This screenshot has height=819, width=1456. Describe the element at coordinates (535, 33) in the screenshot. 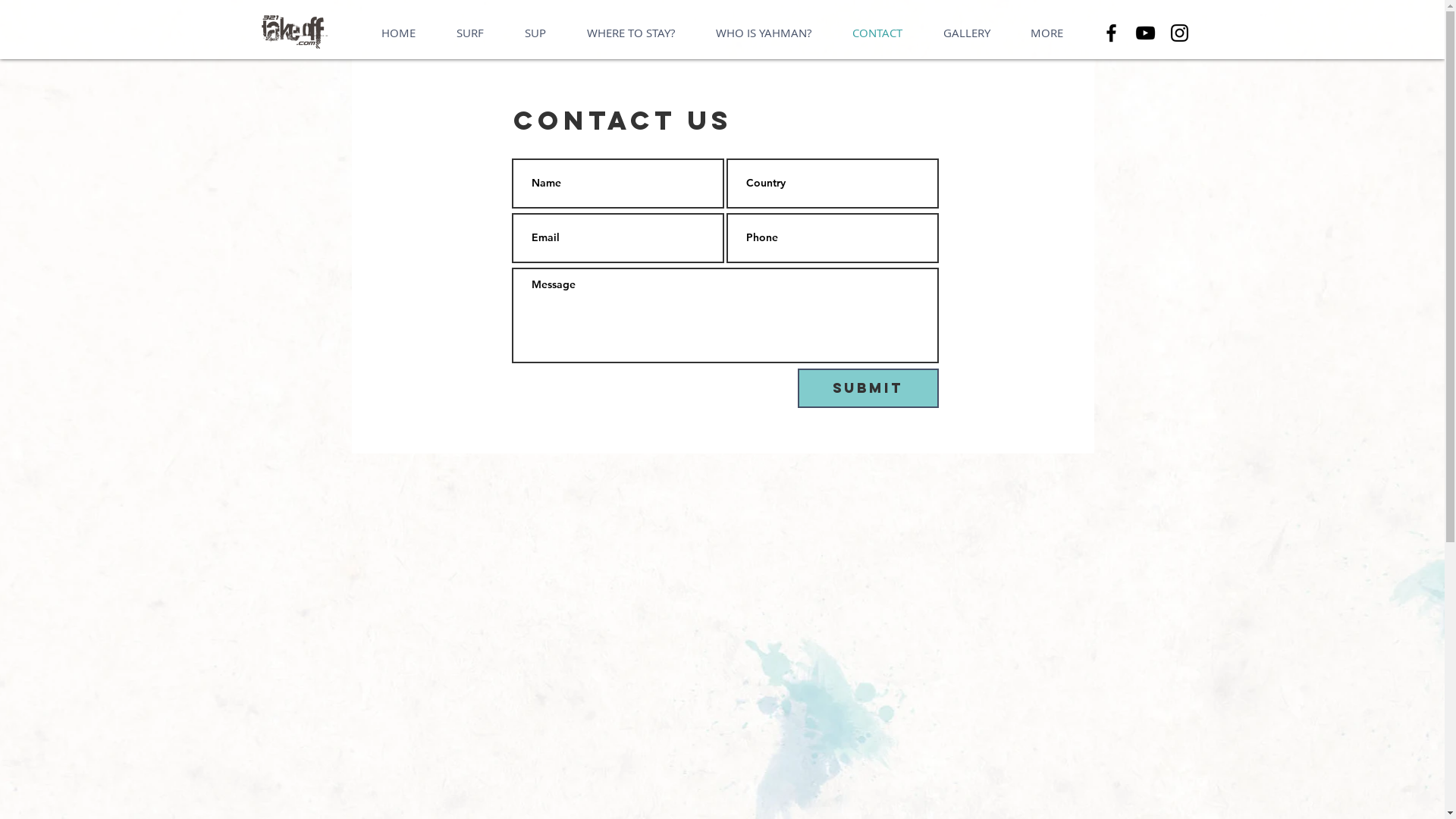

I see `'SUP'` at that location.